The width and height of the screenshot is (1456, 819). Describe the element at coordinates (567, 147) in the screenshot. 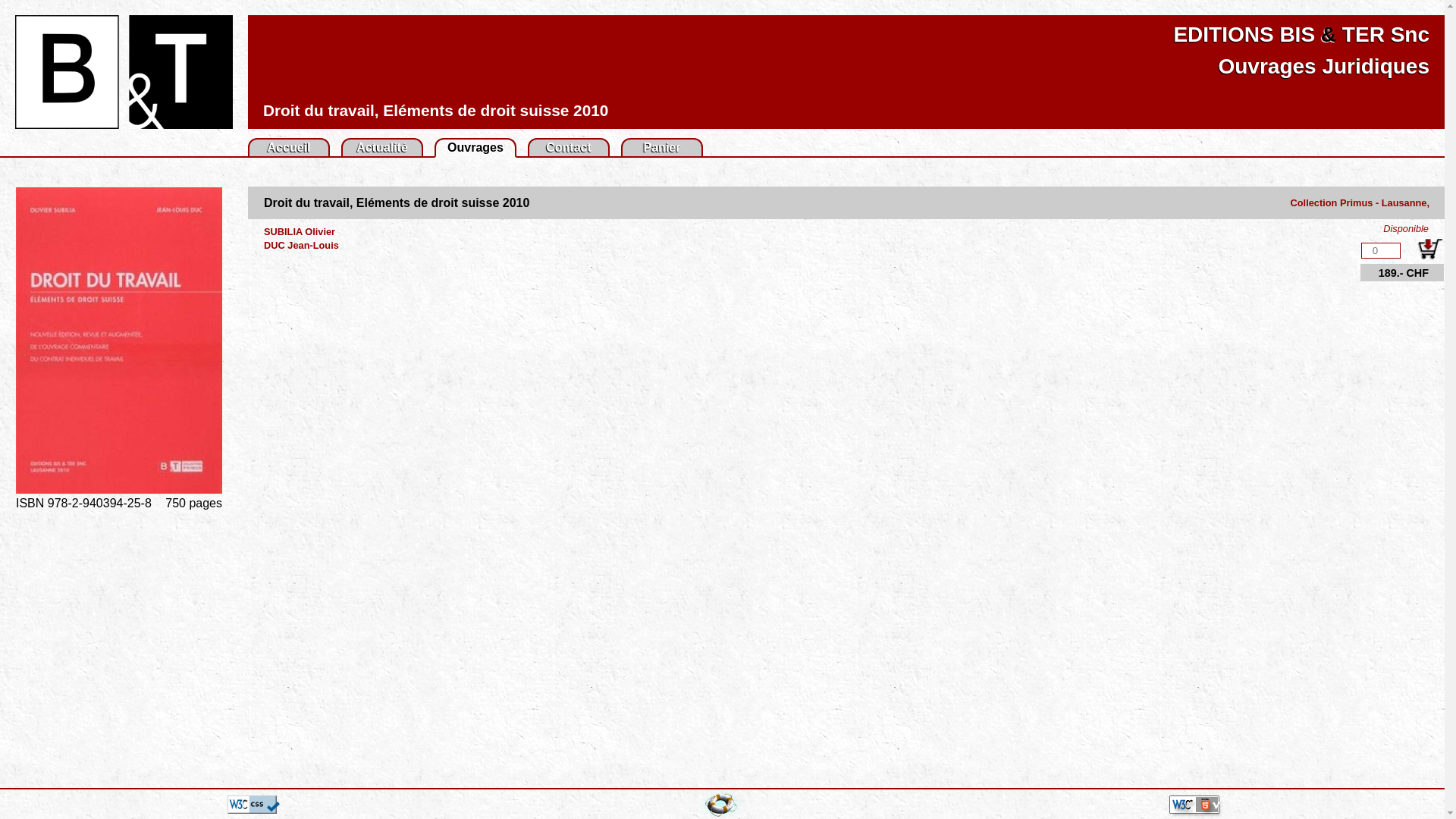

I see `'Contact'` at that location.